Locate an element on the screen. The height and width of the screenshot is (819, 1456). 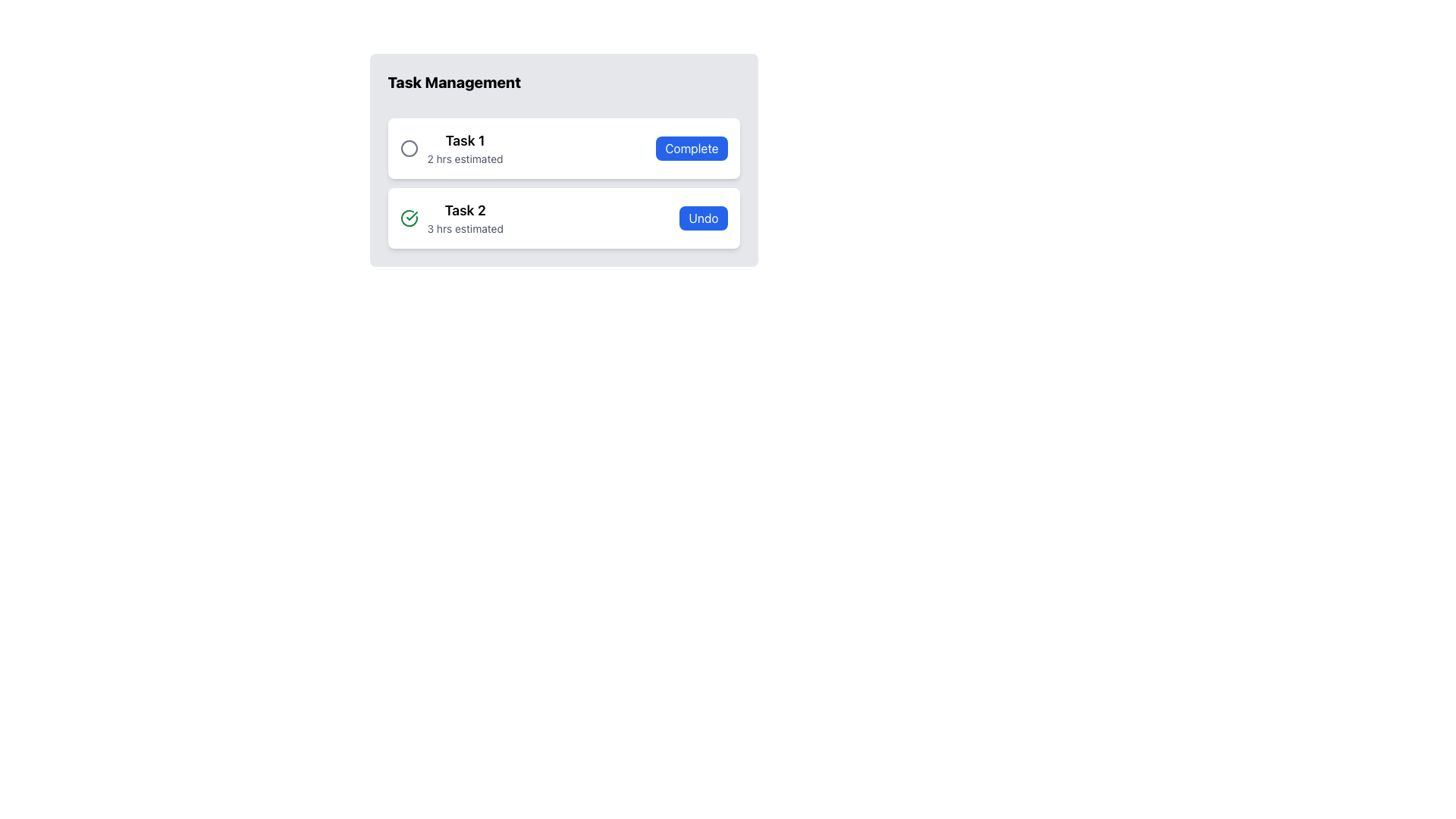
text content of the title label 'Task 1', which is located inside the first task entry component of the task management system, positioned above the subtitle '2 hrs estimated' is located at coordinates (464, 140).